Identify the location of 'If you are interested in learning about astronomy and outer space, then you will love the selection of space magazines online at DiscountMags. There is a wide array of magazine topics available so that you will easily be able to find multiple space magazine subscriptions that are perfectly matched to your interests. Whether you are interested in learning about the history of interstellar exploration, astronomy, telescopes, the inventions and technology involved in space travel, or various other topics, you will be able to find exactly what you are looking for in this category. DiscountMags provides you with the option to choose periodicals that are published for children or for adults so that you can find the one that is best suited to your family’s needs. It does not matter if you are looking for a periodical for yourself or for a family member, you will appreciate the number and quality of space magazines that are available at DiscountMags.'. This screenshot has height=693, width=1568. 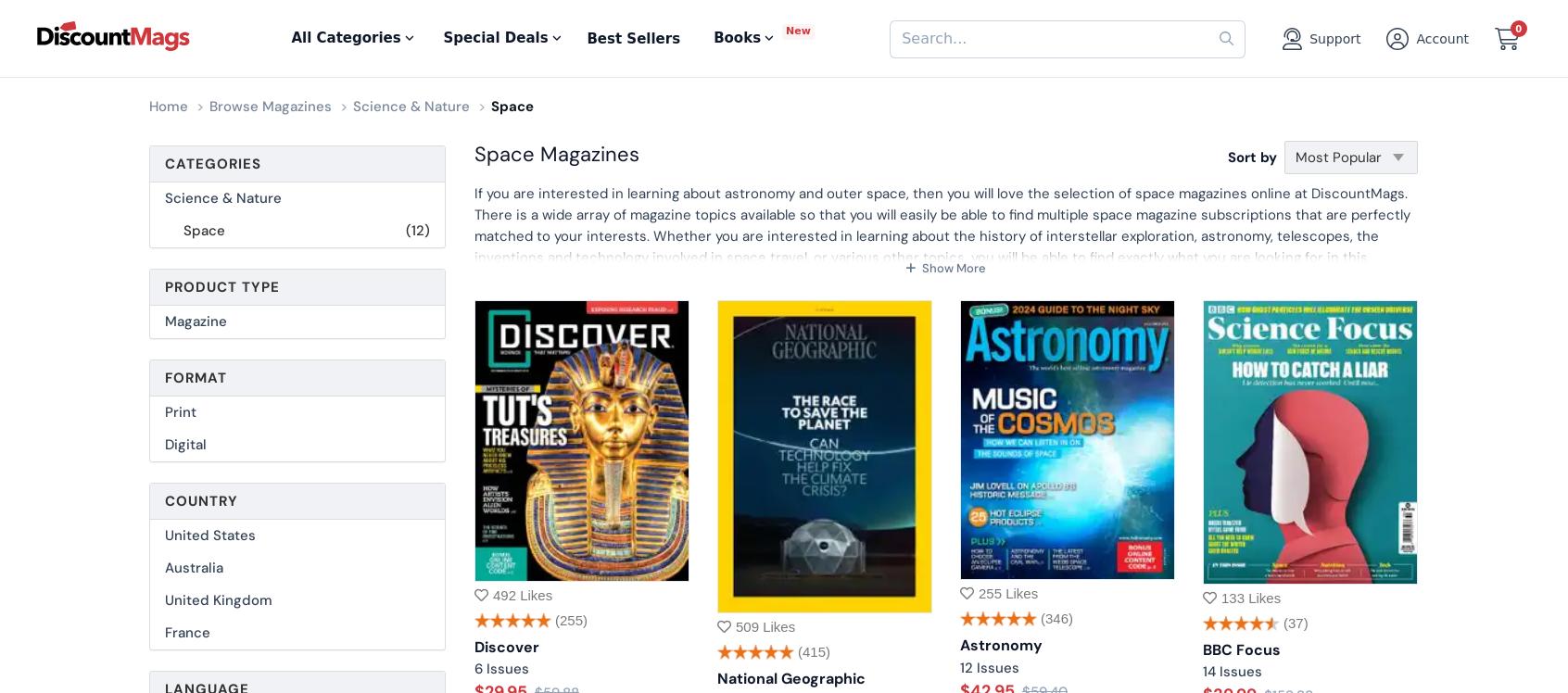
(943, 257).